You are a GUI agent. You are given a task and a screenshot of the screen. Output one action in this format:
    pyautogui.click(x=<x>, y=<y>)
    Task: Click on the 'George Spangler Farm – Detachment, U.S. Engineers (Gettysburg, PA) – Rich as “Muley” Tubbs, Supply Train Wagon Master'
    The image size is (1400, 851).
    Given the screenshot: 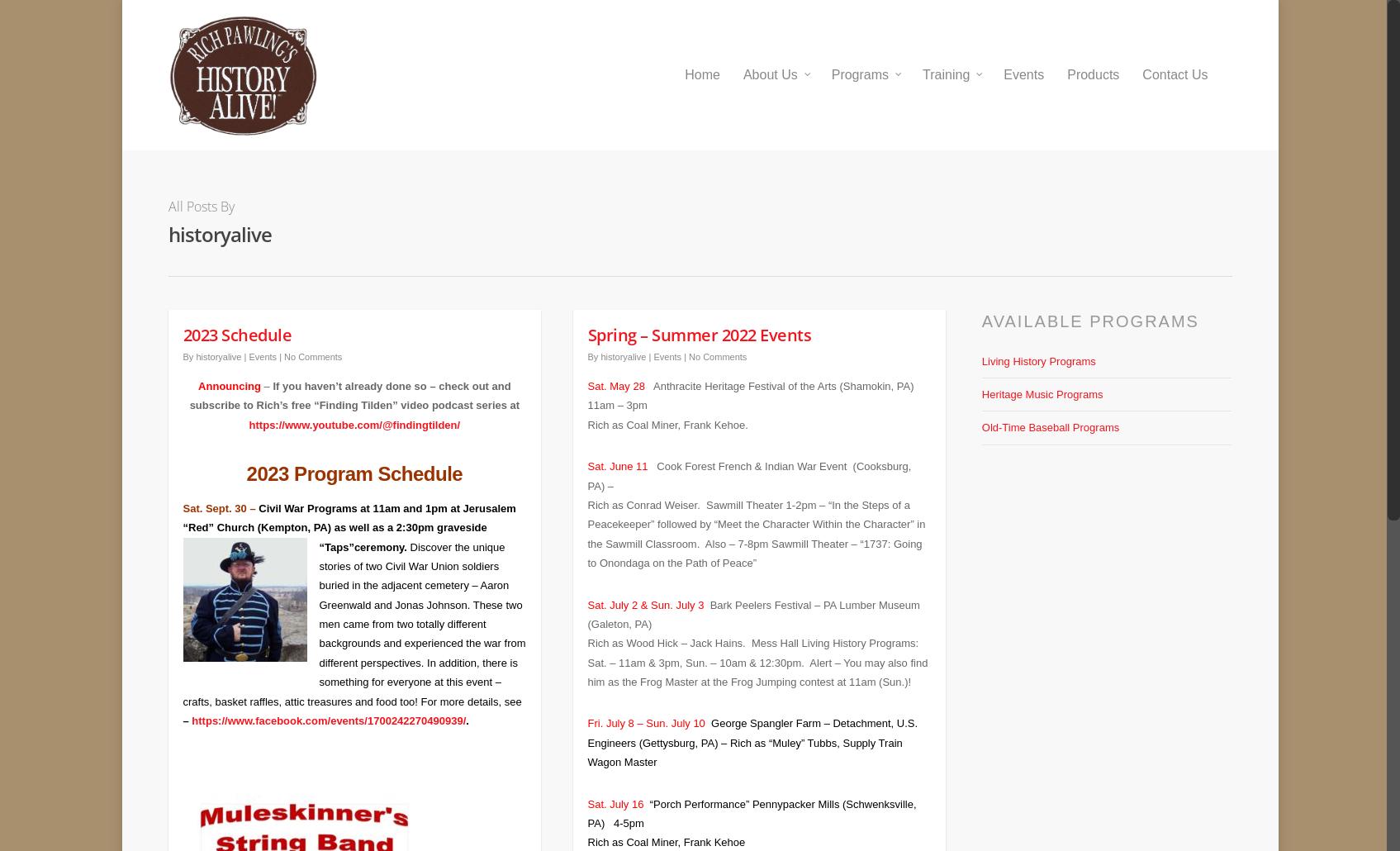 What is the action you would take?
    pyautogui.click(x=752, y=730)
    